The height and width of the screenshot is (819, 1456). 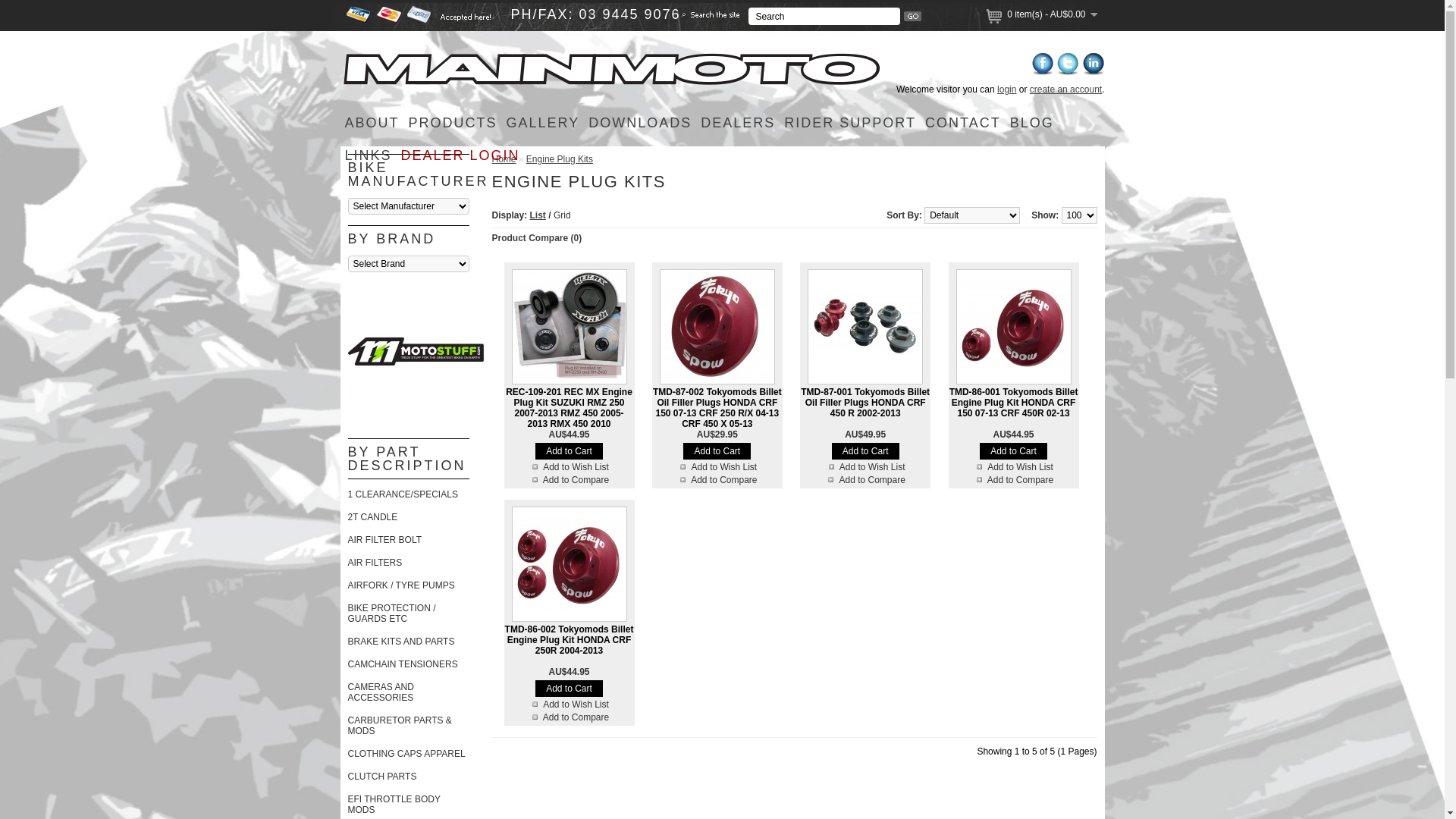 I want to click on 'DOWNLOADS', so click(x=582, y=122).